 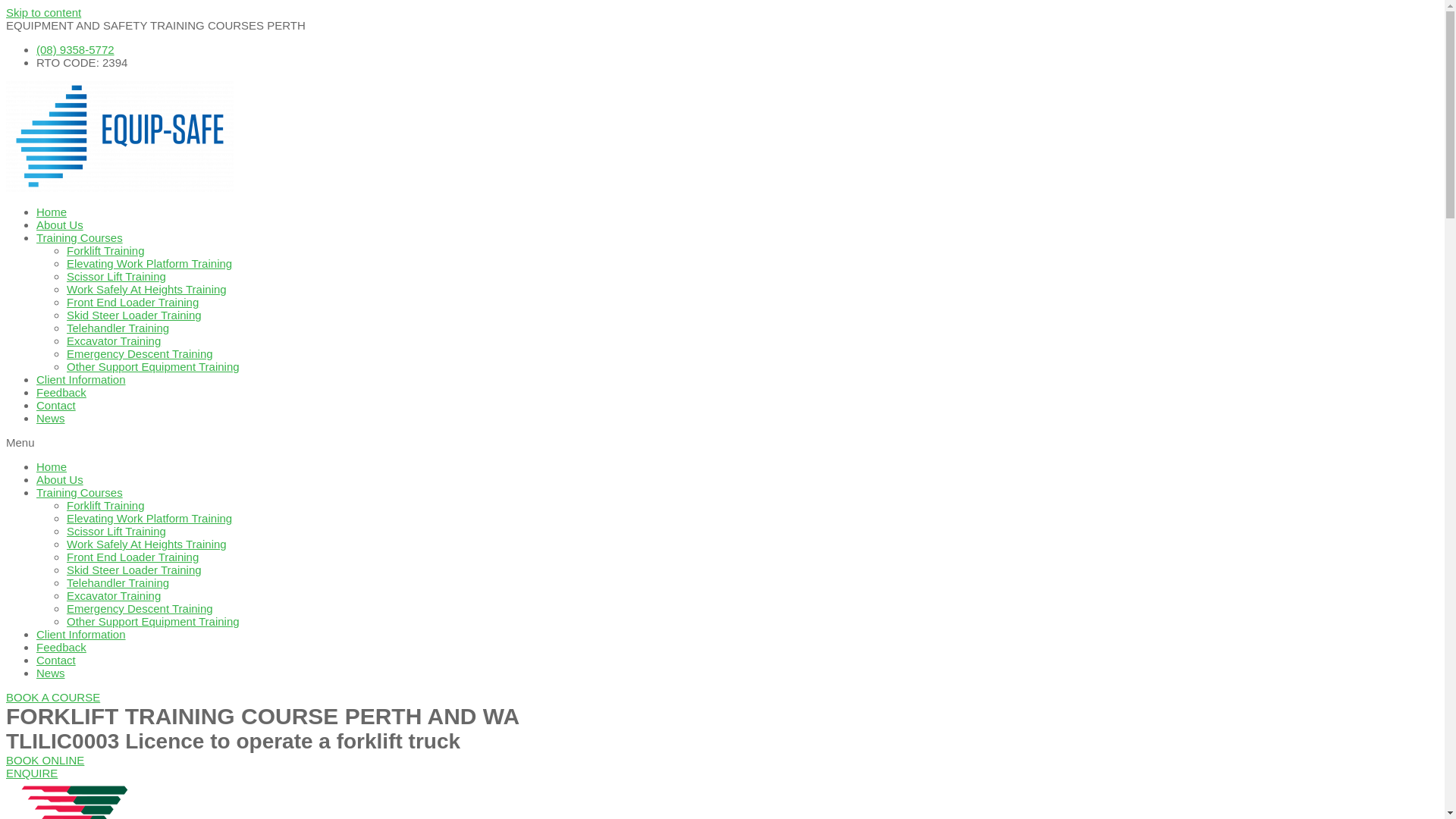 What do you see at coordinates (112, 595) in the screenshot?
I see `'Excavator Training'` at bounding box center [112, 595].